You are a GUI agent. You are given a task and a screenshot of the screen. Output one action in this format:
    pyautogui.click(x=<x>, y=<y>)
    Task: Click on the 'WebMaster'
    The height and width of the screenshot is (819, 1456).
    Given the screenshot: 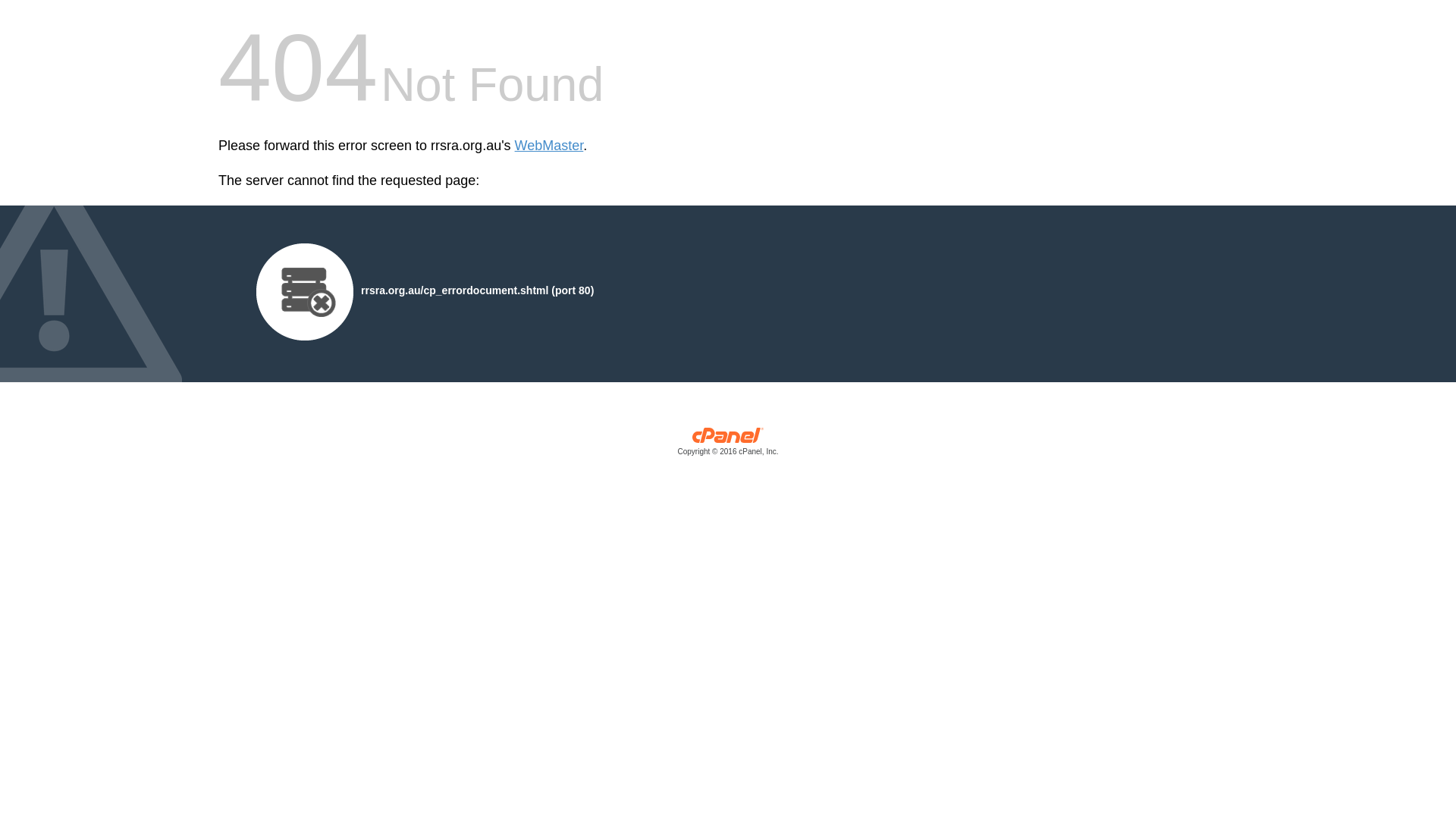 What is the action you would take?
    pyautogui.click(x=514, y=146)
    